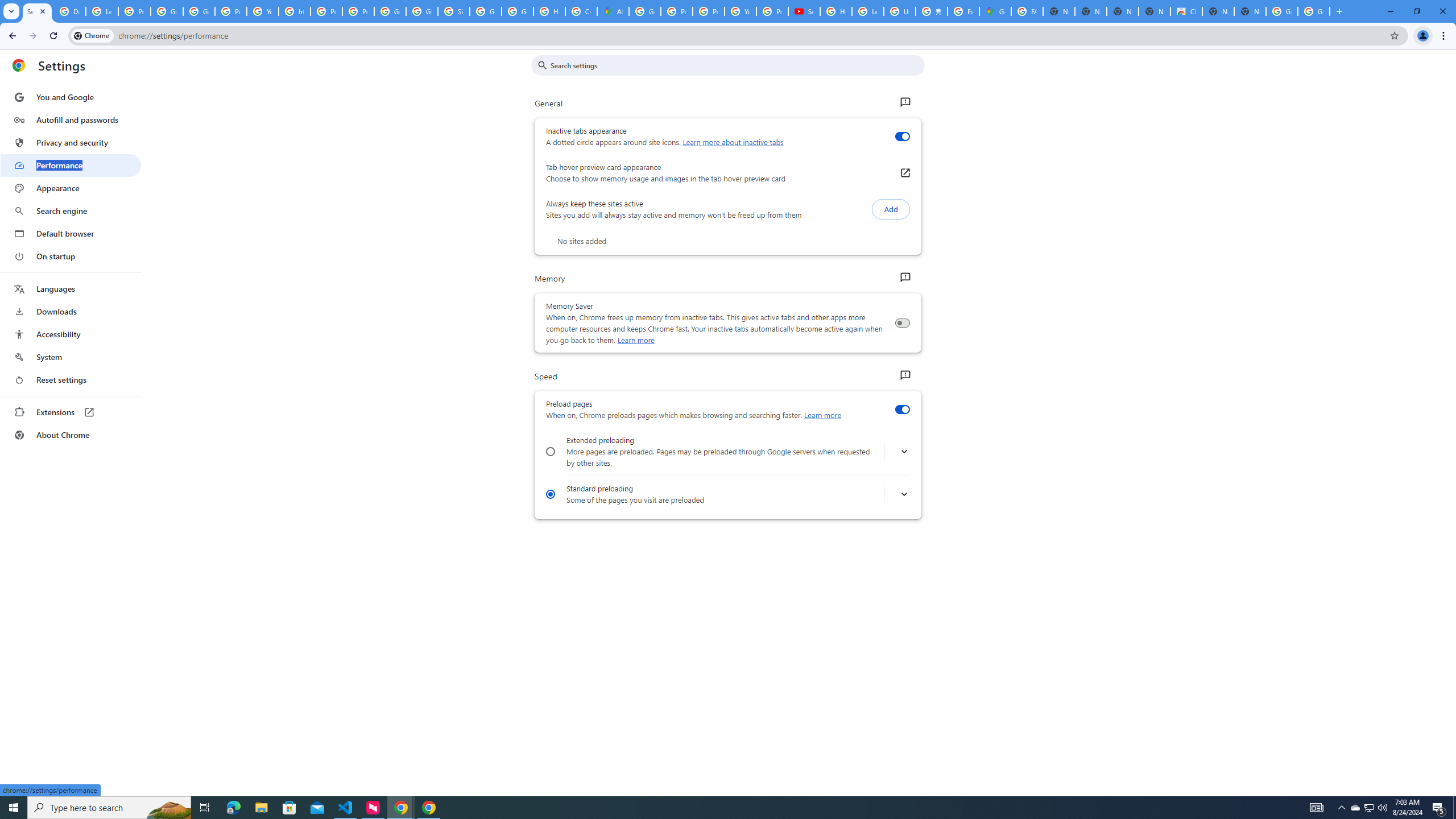 The height and width of the screenshot is (819, 1456). I want to click on 'About Chrome', so click(70, 434).